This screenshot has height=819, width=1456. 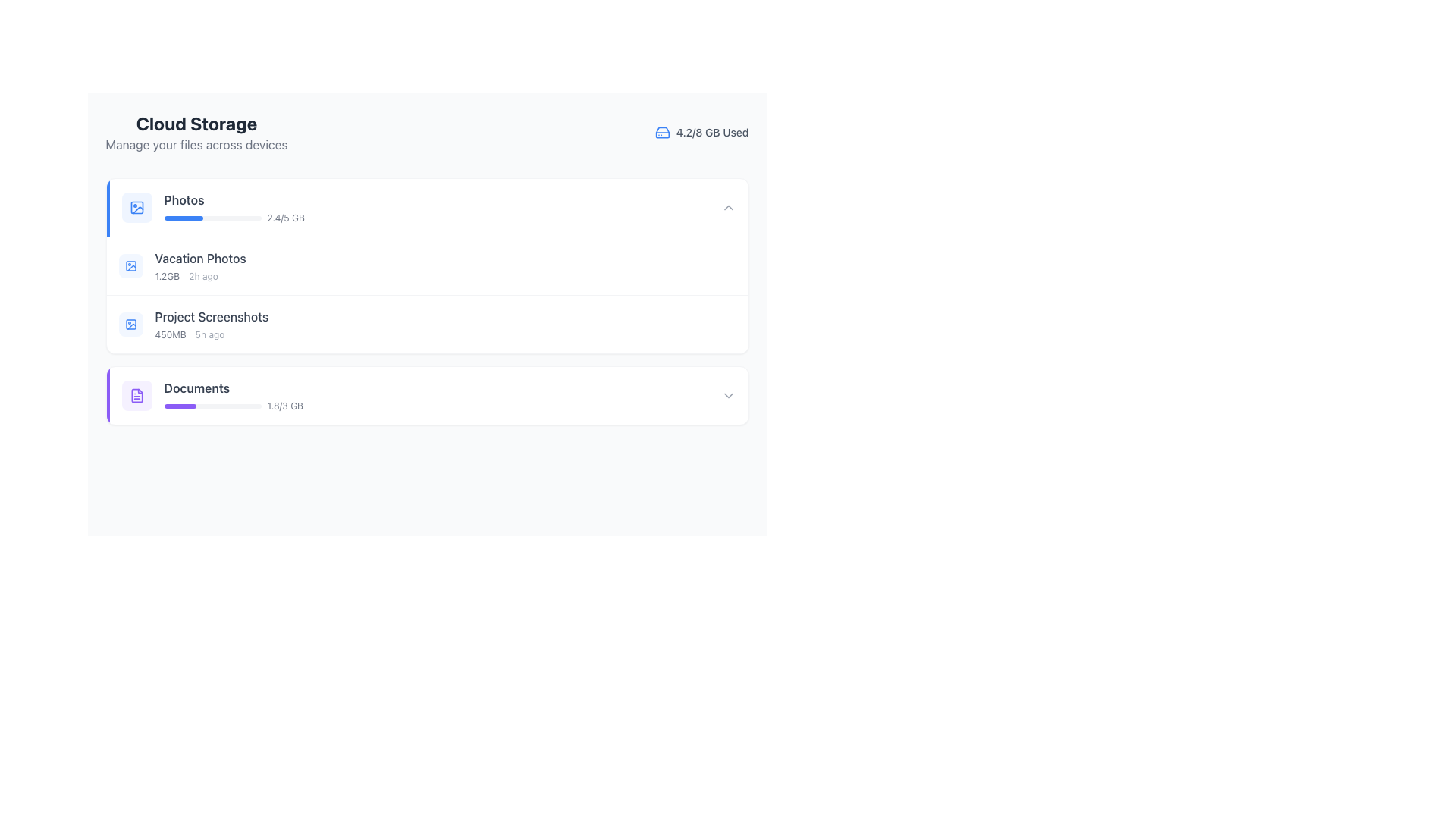 I want to click on the blue-filled progress bar segment under the 'Photos' section in the 'Cloud Storage' interface, so click(x=183, y=218).